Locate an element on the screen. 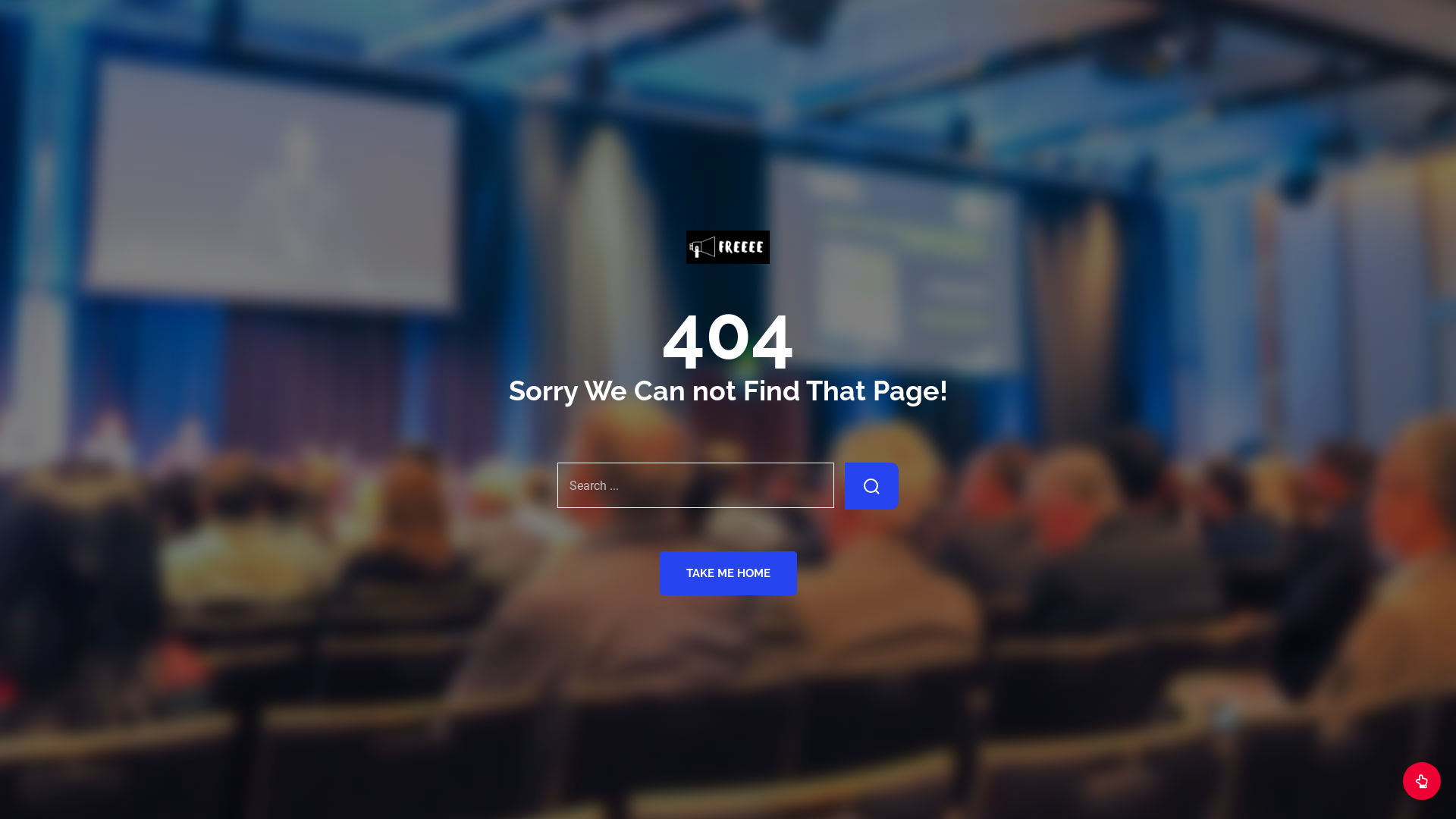  'TAKE ME HOME' is located at coordinates (728, 573).